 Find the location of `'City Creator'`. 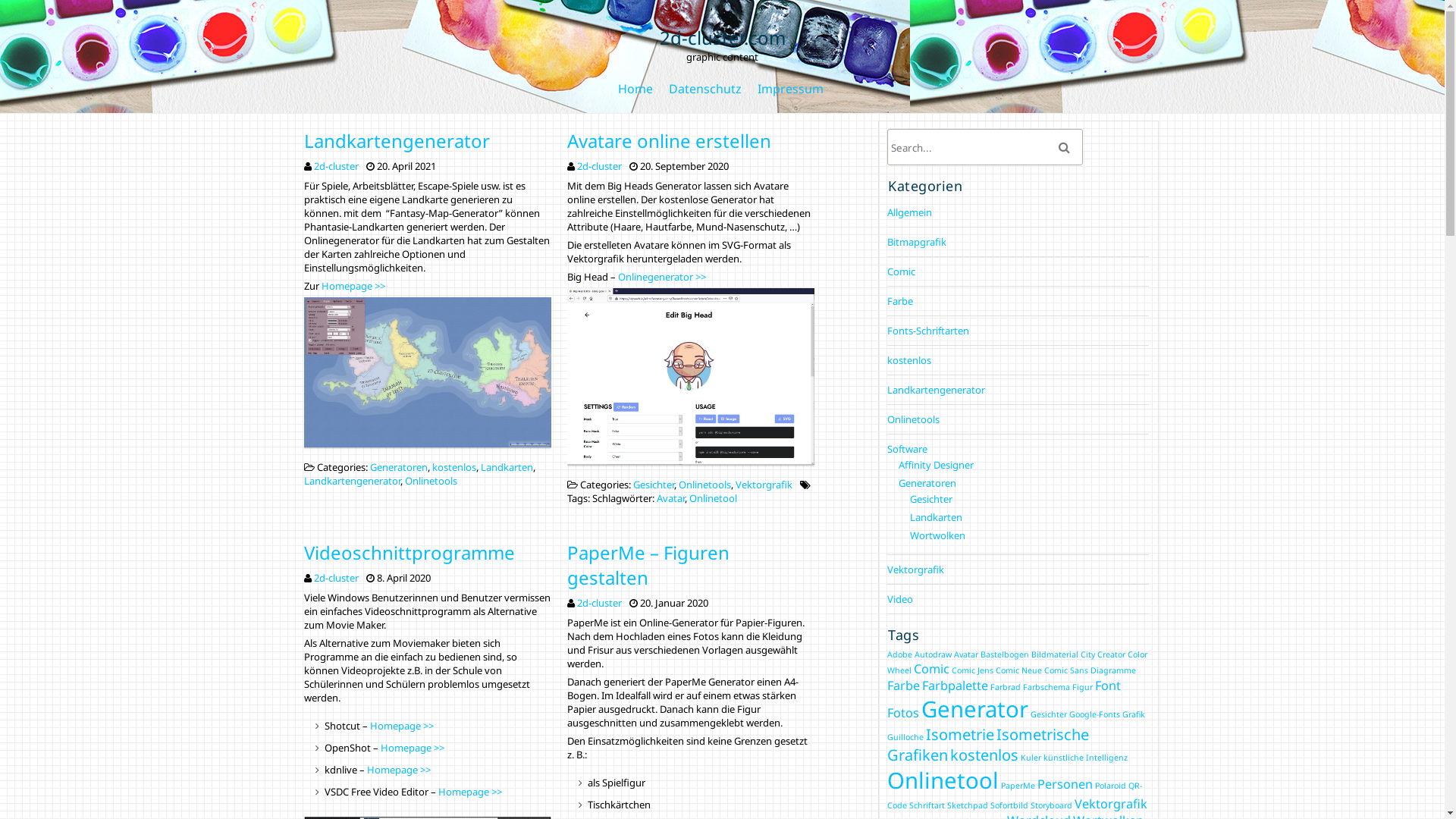

'City Creator' is located at coordinates (1103, 654).